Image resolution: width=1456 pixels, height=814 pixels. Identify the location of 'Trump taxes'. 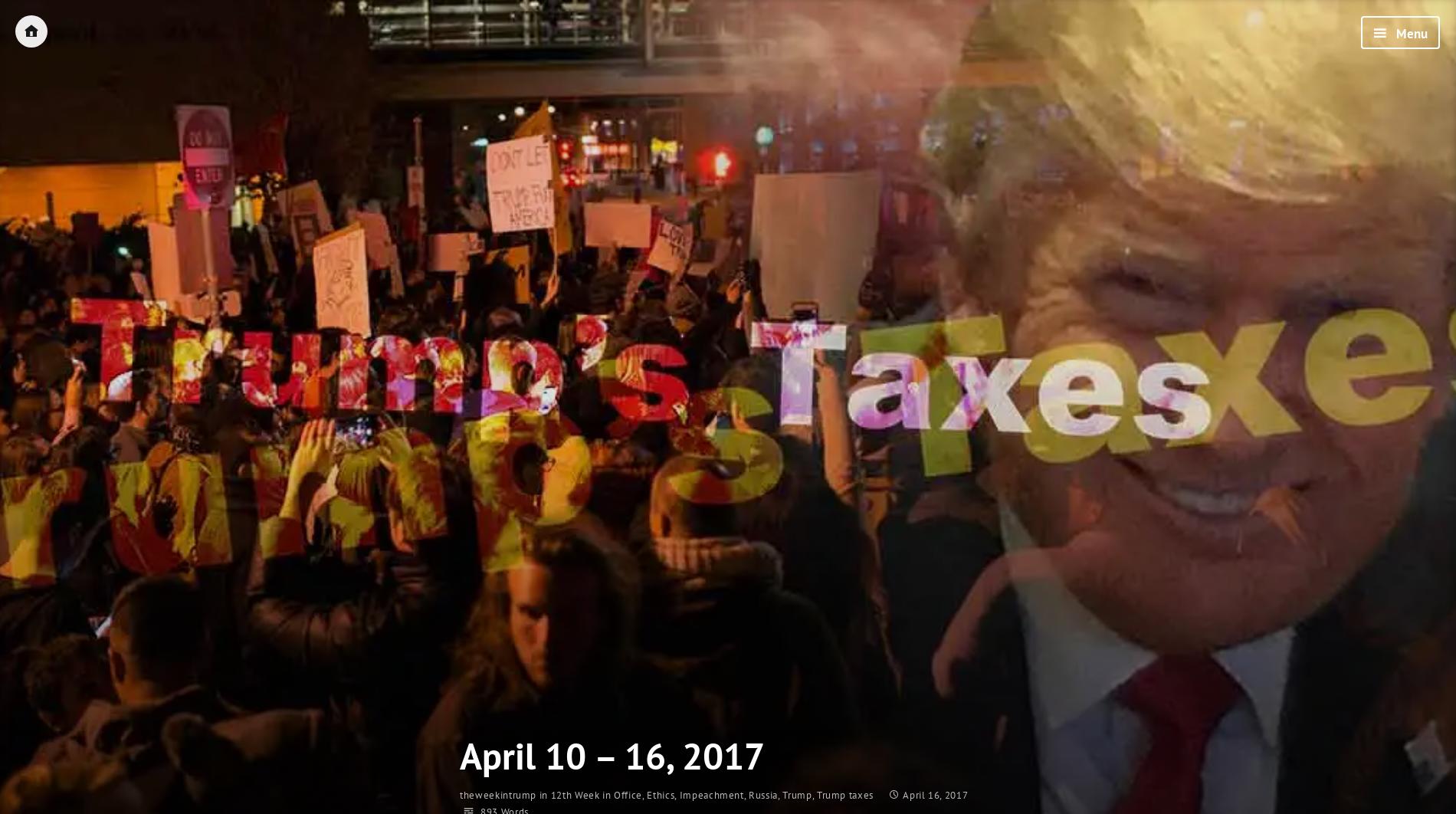
(844, 794).